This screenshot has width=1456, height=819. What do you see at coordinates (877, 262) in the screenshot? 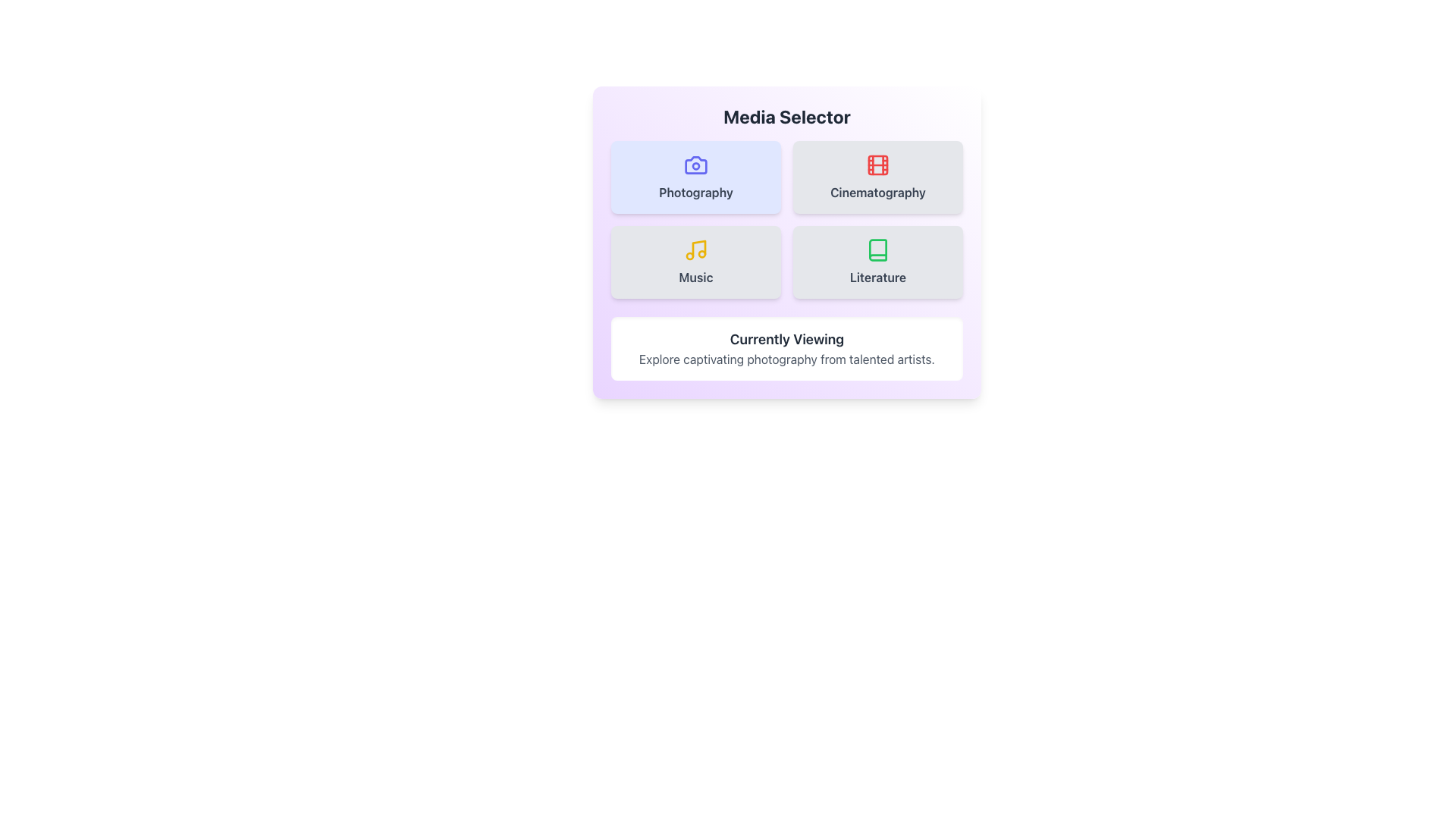
I see `the 'Literature' button in the Media Selector grid` at bounding box center [877, 262].